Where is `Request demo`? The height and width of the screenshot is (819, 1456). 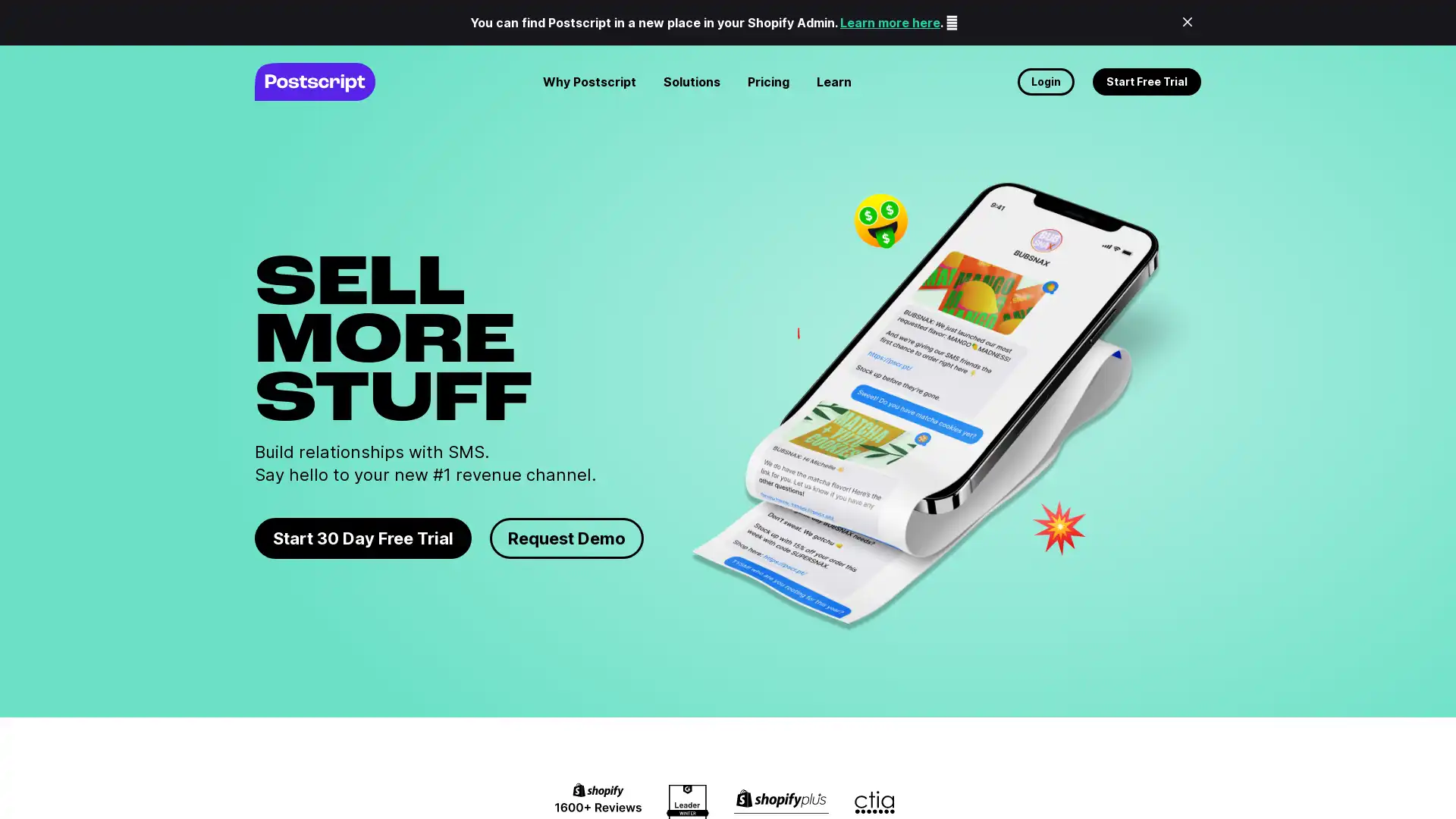 Request demo is located at coordinates (1314, 748).